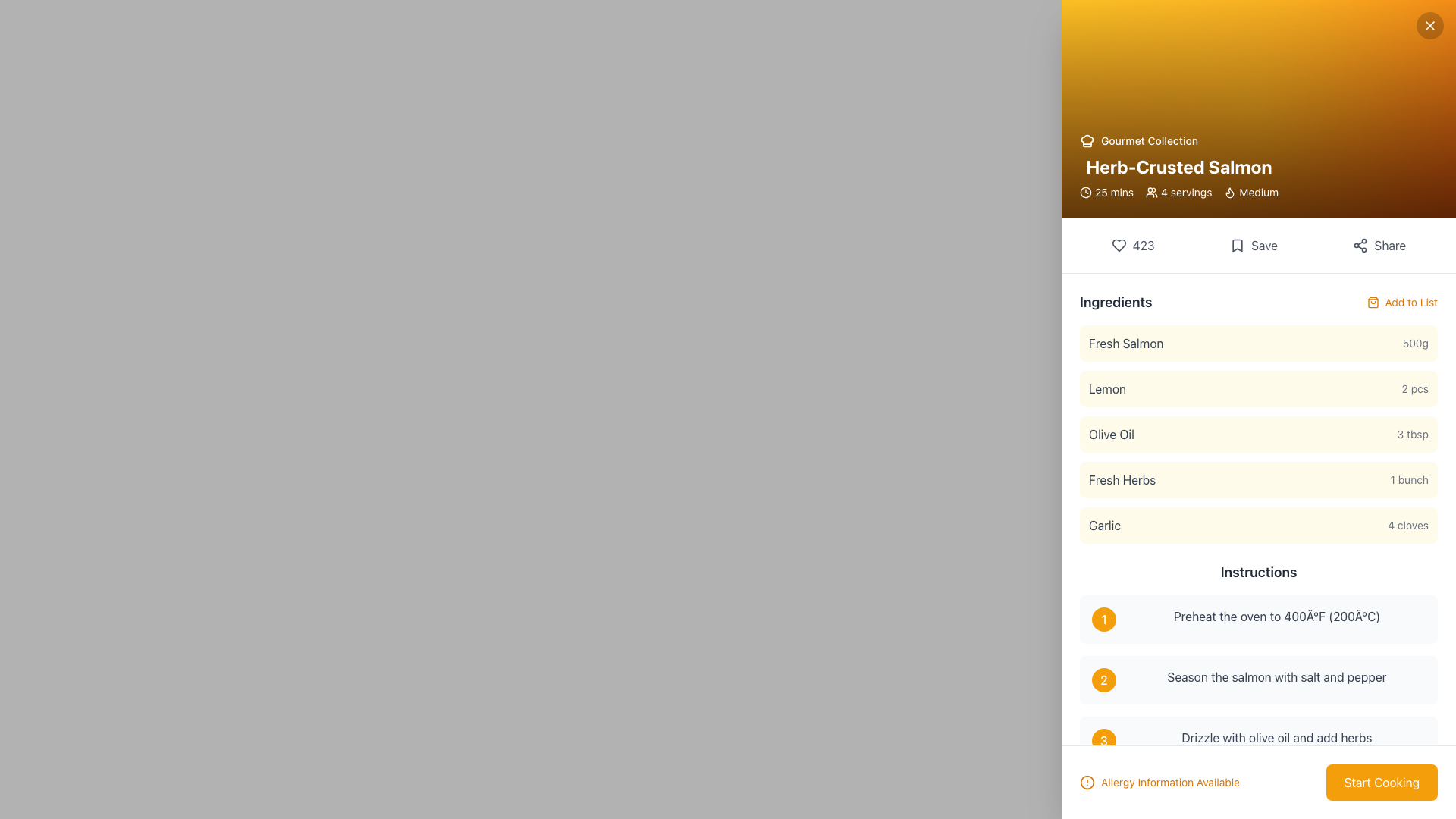  What do you see at coordinates (1126, 343) in the screenshot?
I see `static text label that identifies the first ingredient in the recipe ingredient list, located in the 'Ingredients' section on the left side of a light amber rectangular field` at bounding box center [1126, 343].